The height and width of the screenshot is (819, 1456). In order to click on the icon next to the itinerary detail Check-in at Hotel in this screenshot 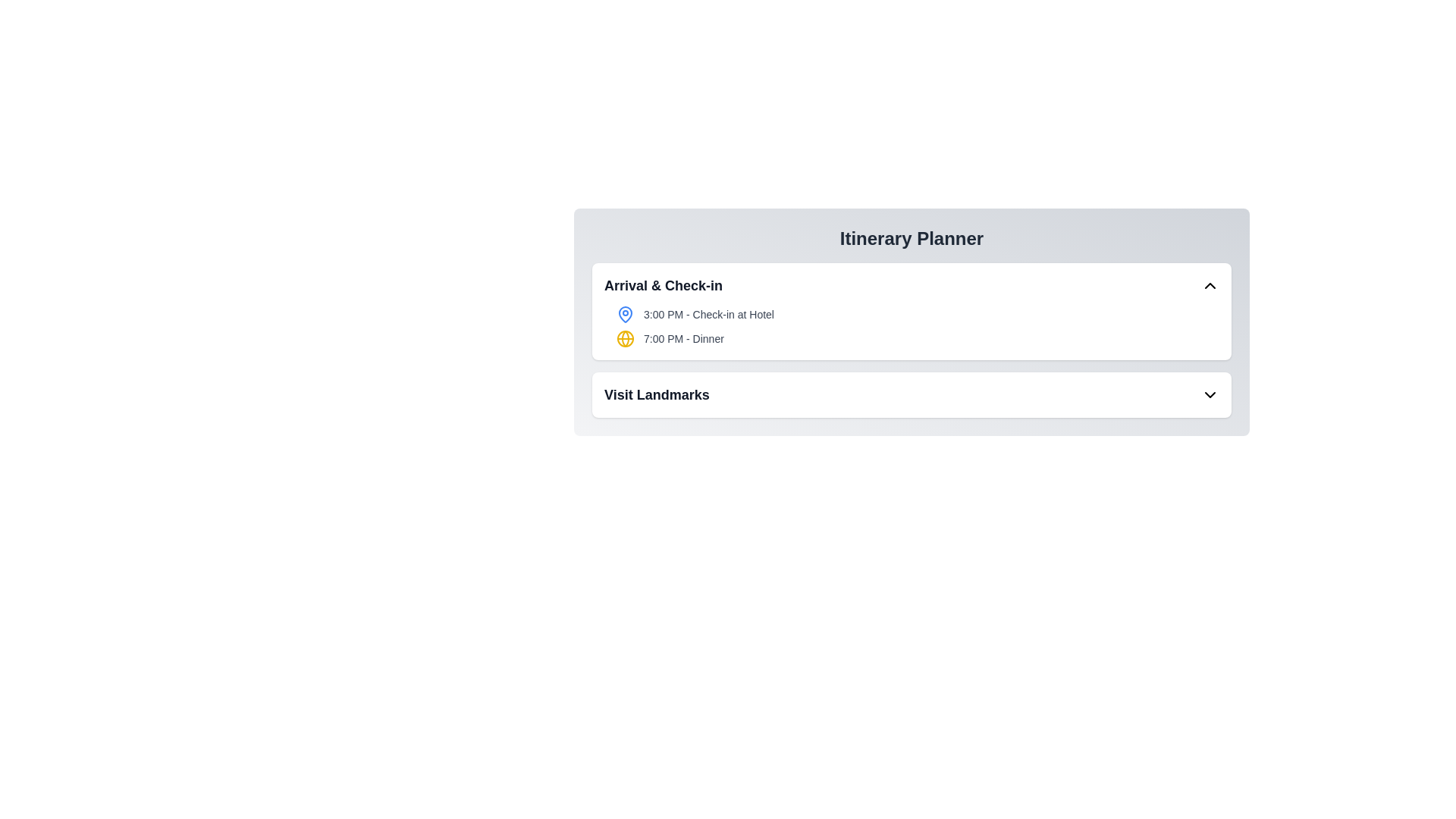, I will do `click(626, 314)`.